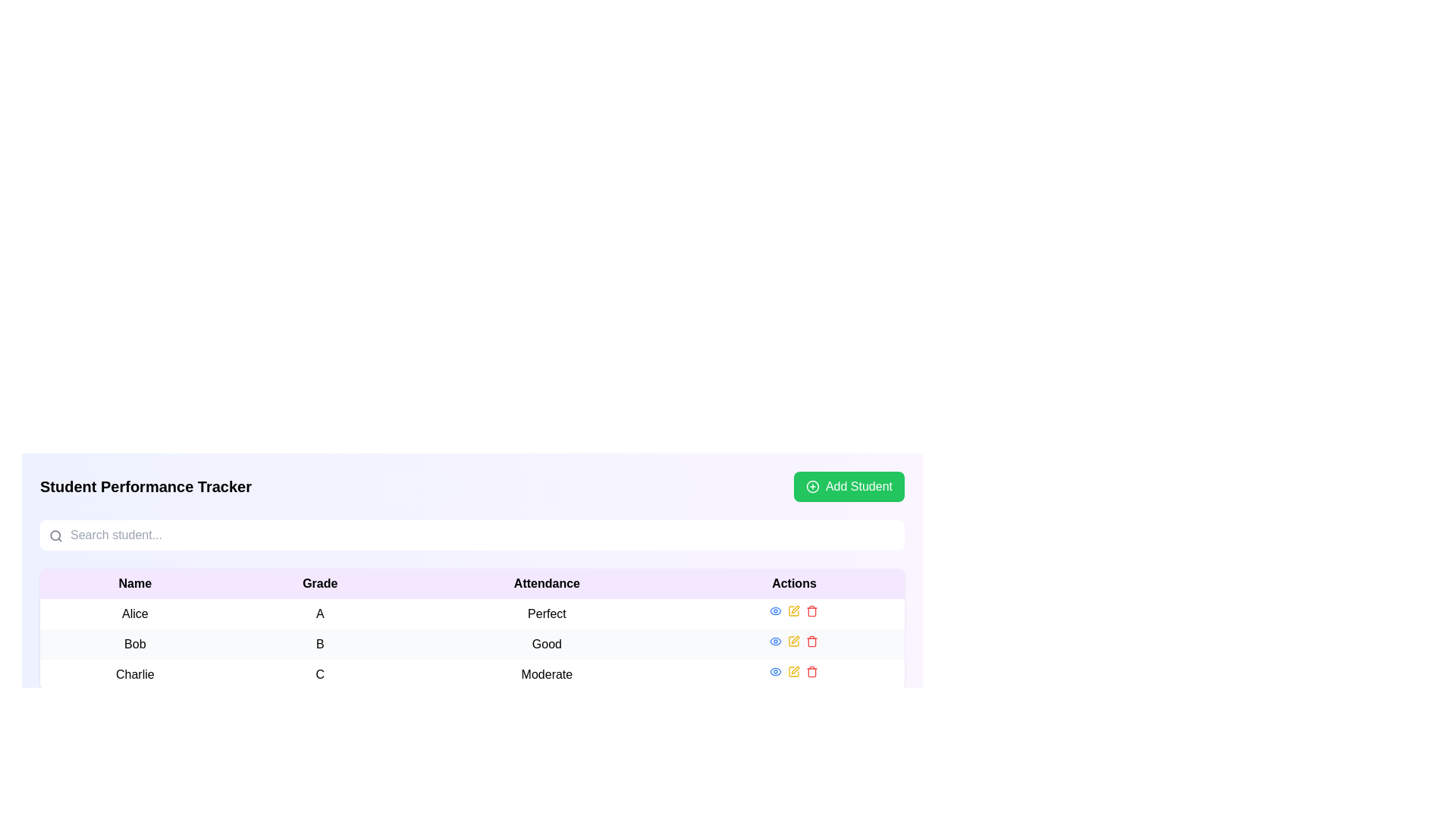 This screenshot has height=819, width=1456. Describe the element at coordinates (135, 674) in the screenshot. I see `the student's name text label located in the first column of the last row of the table under the 'Name' header` at that location.